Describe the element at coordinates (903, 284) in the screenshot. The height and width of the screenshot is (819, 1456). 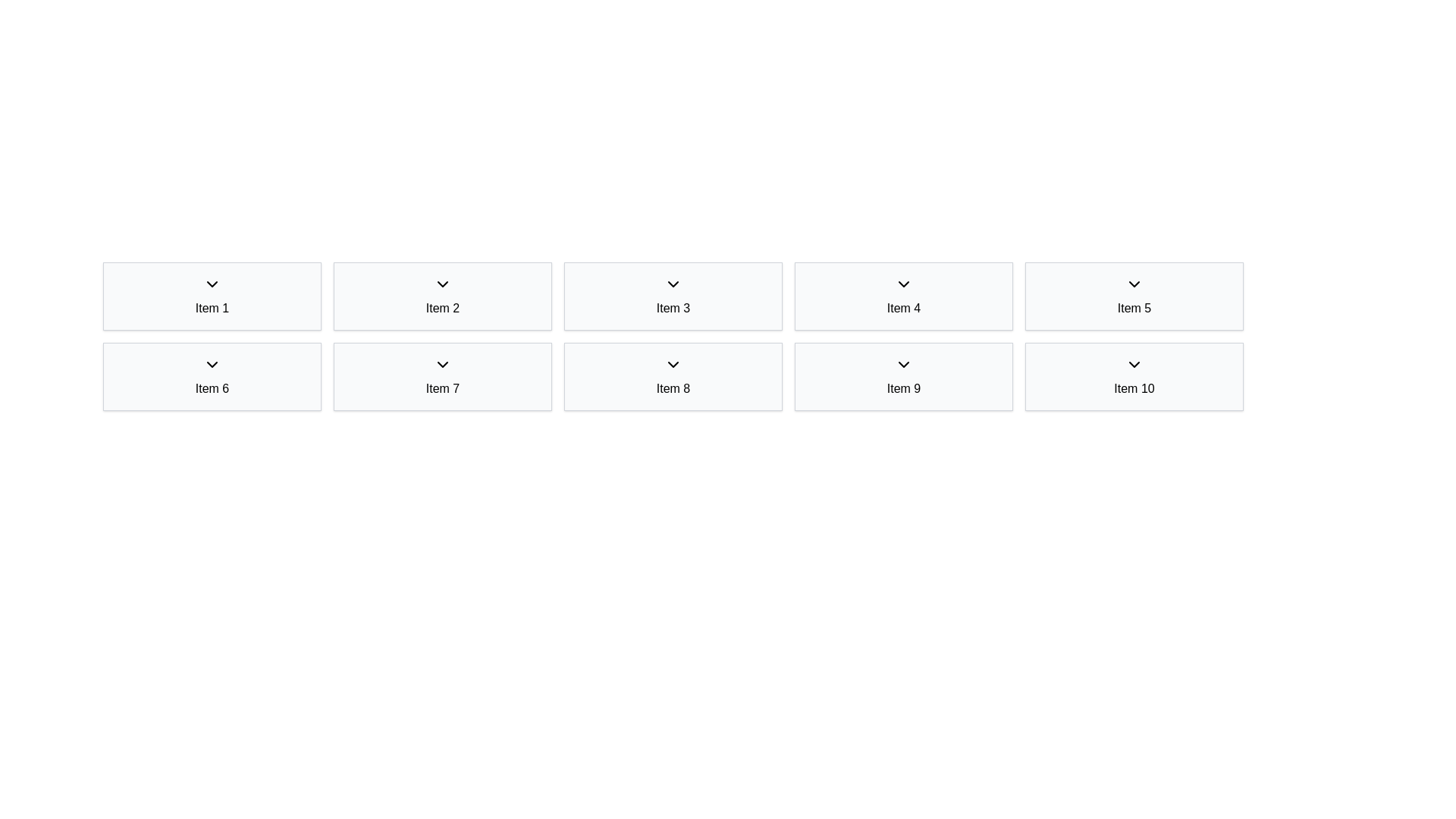
I see `the dropdown toggle button with a chevron-down icon located at the top-center of the 'Item 4' card` at that location.